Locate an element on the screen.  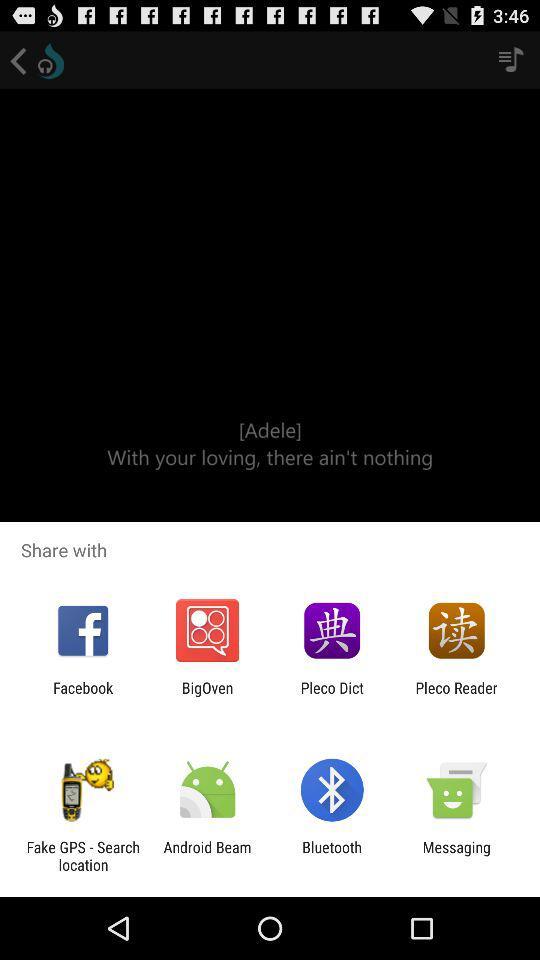
the pleco dict is located at coordinates (332, 696).